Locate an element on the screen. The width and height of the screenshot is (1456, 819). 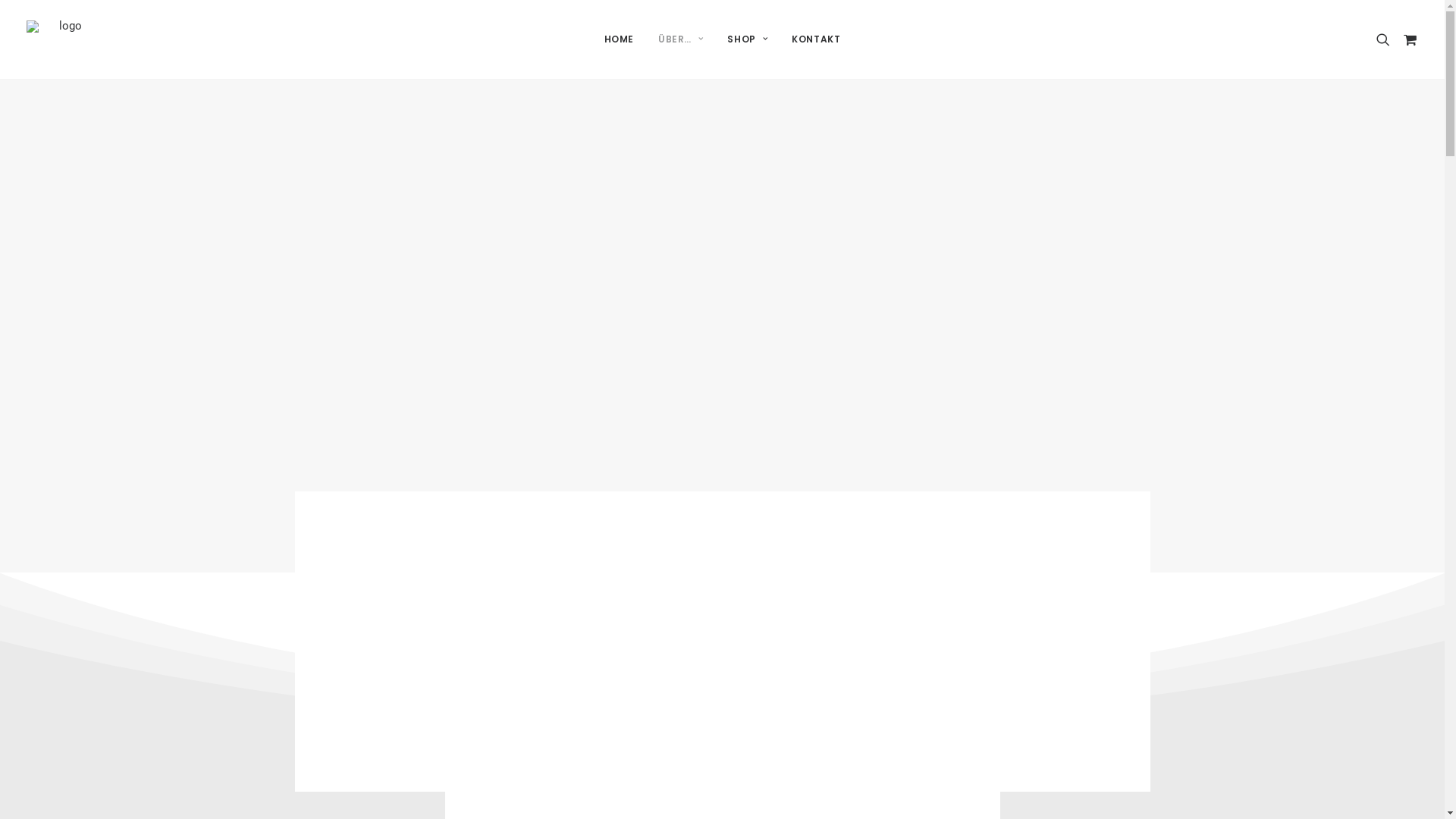
'HOME' is located at coordinates (618, 38).